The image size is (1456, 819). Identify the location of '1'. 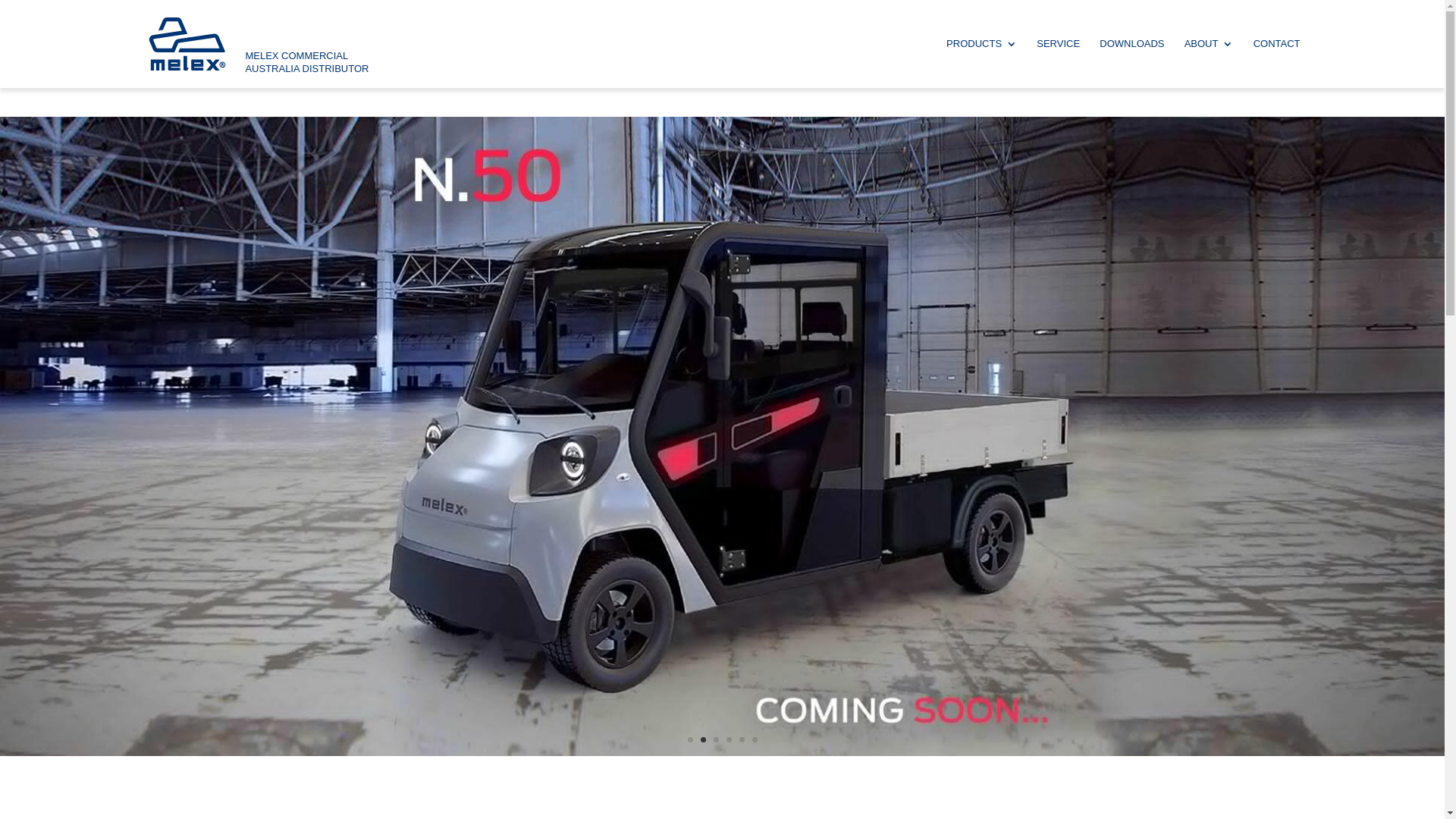
(689, 739).